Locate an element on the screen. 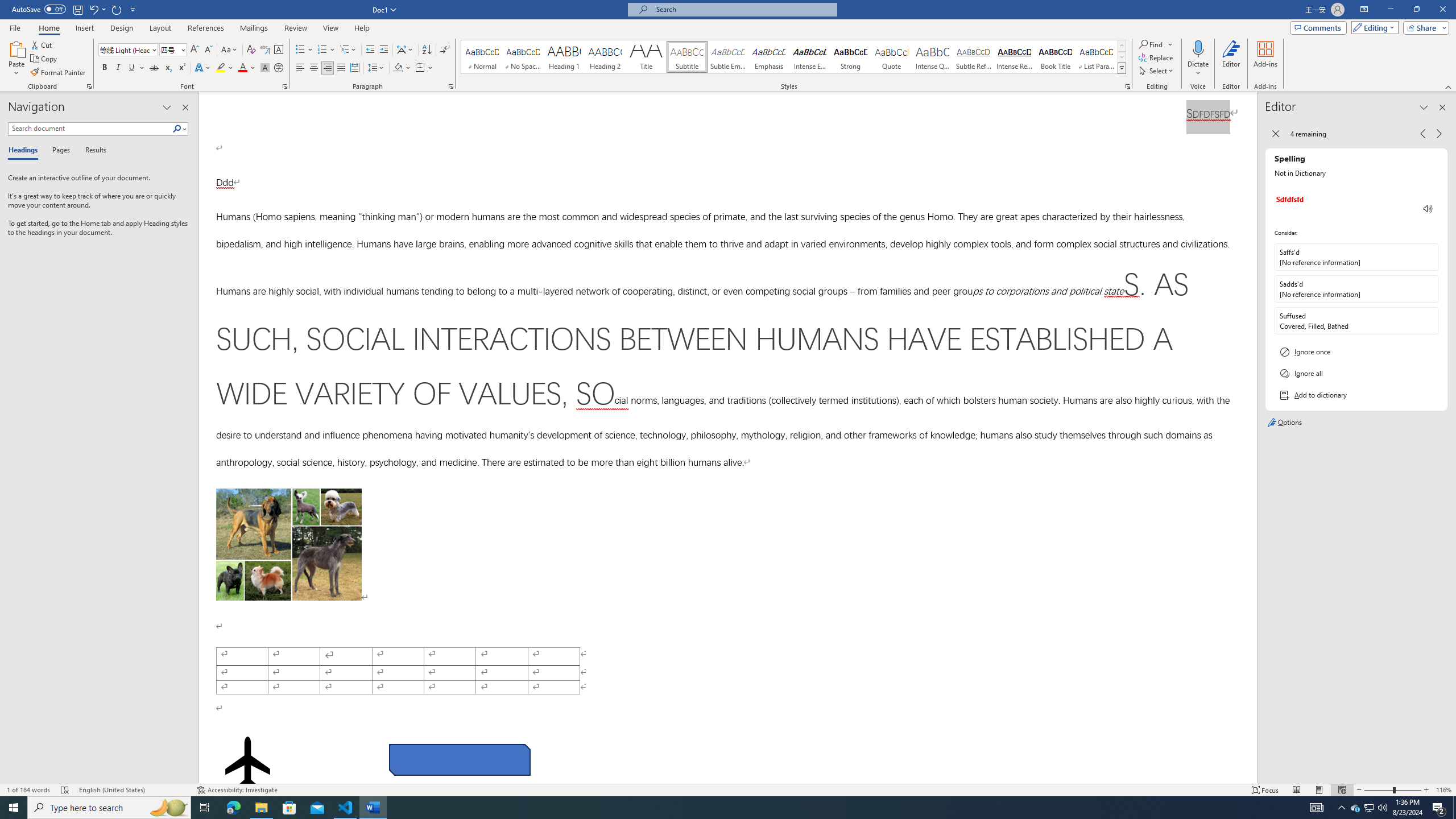  'More options for Sadds' is located at coordinates (1428, 289).